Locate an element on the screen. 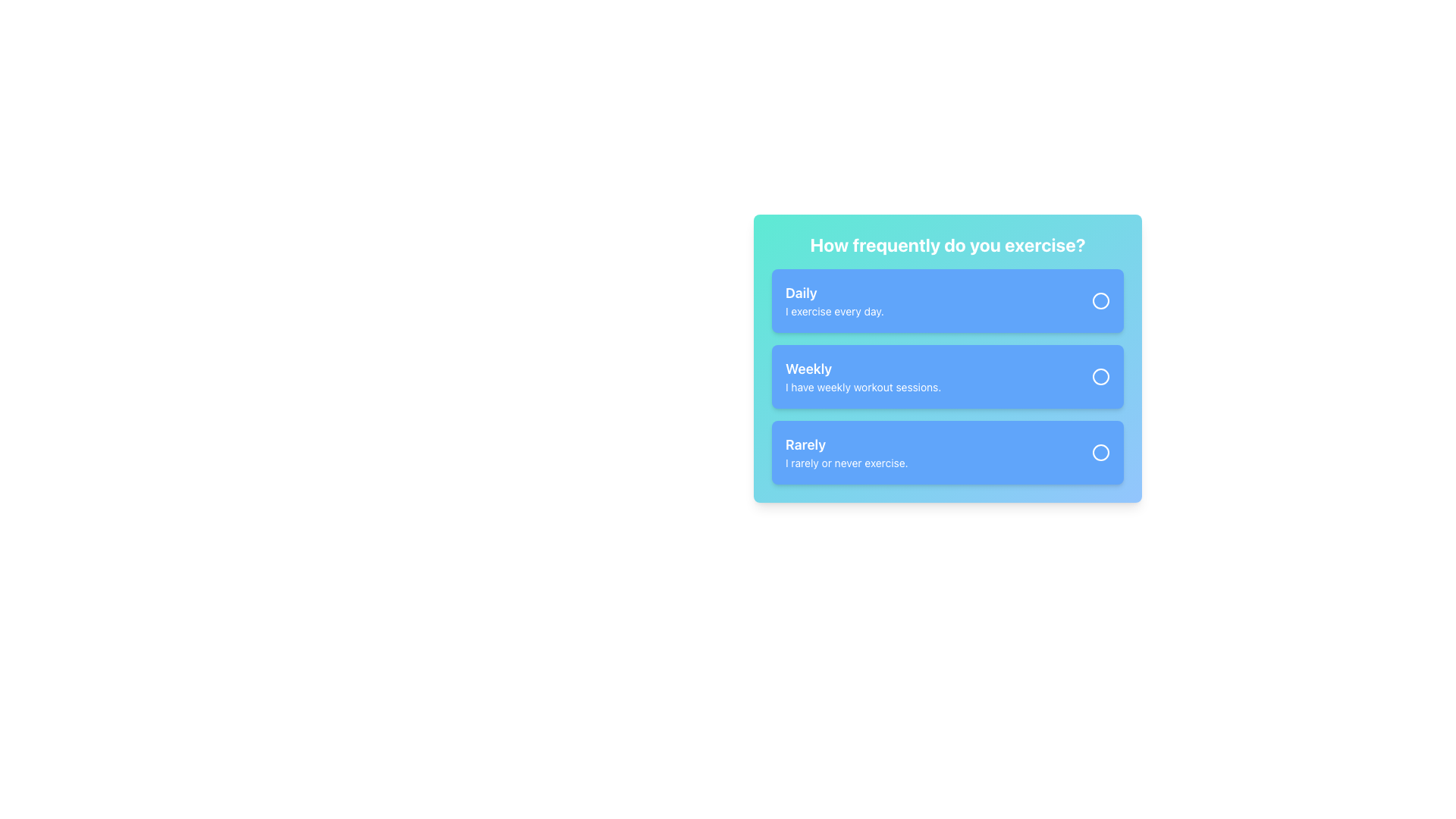  the radio button circle for the 'Weekly' option is located at coordinates (1100, 376).